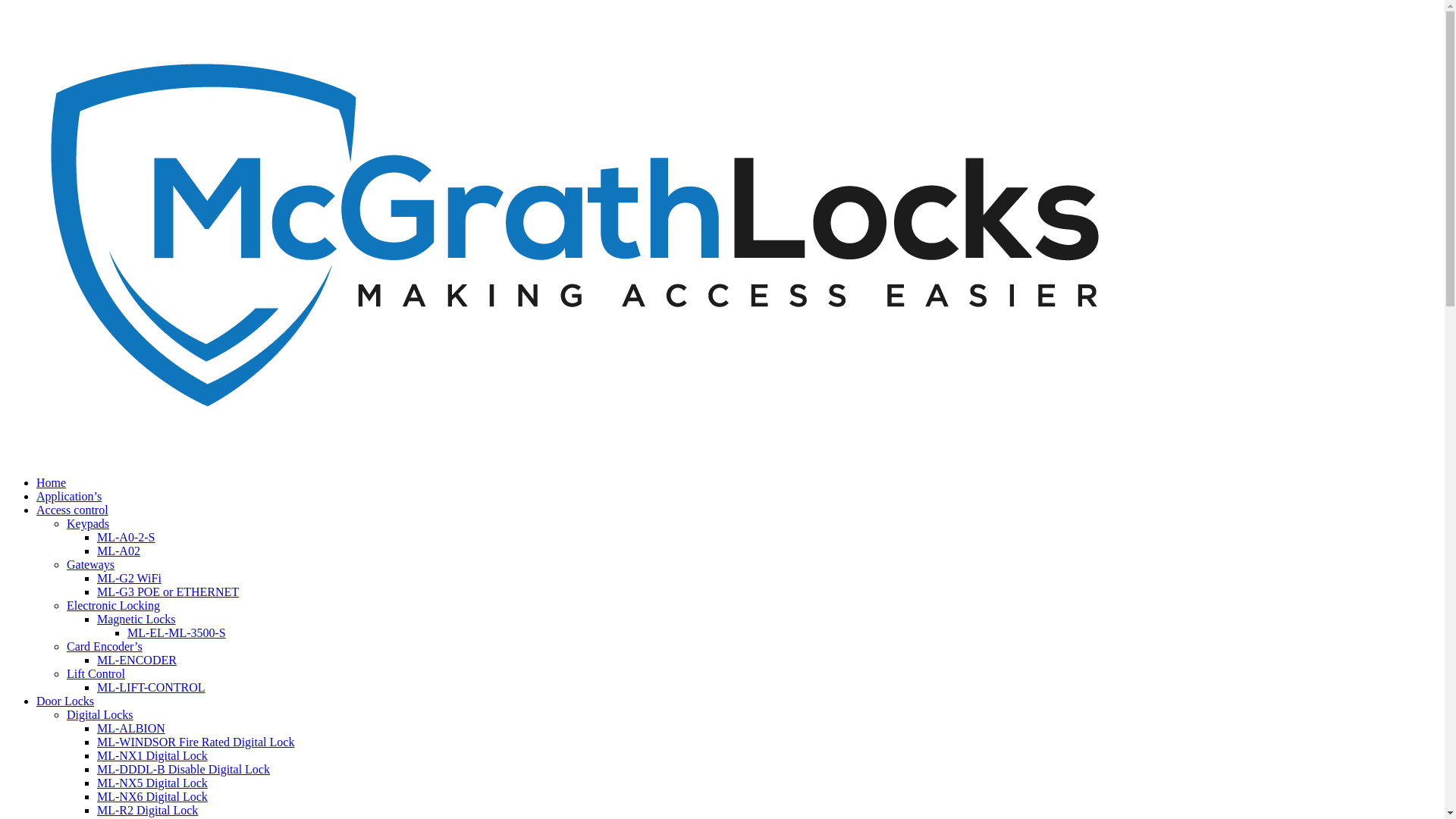 The image size is (1456, 819). What do you see at coordinates (130, 727) in the screenshot?
I see `'ML-ALBION'` at bounding box center [130, 727].